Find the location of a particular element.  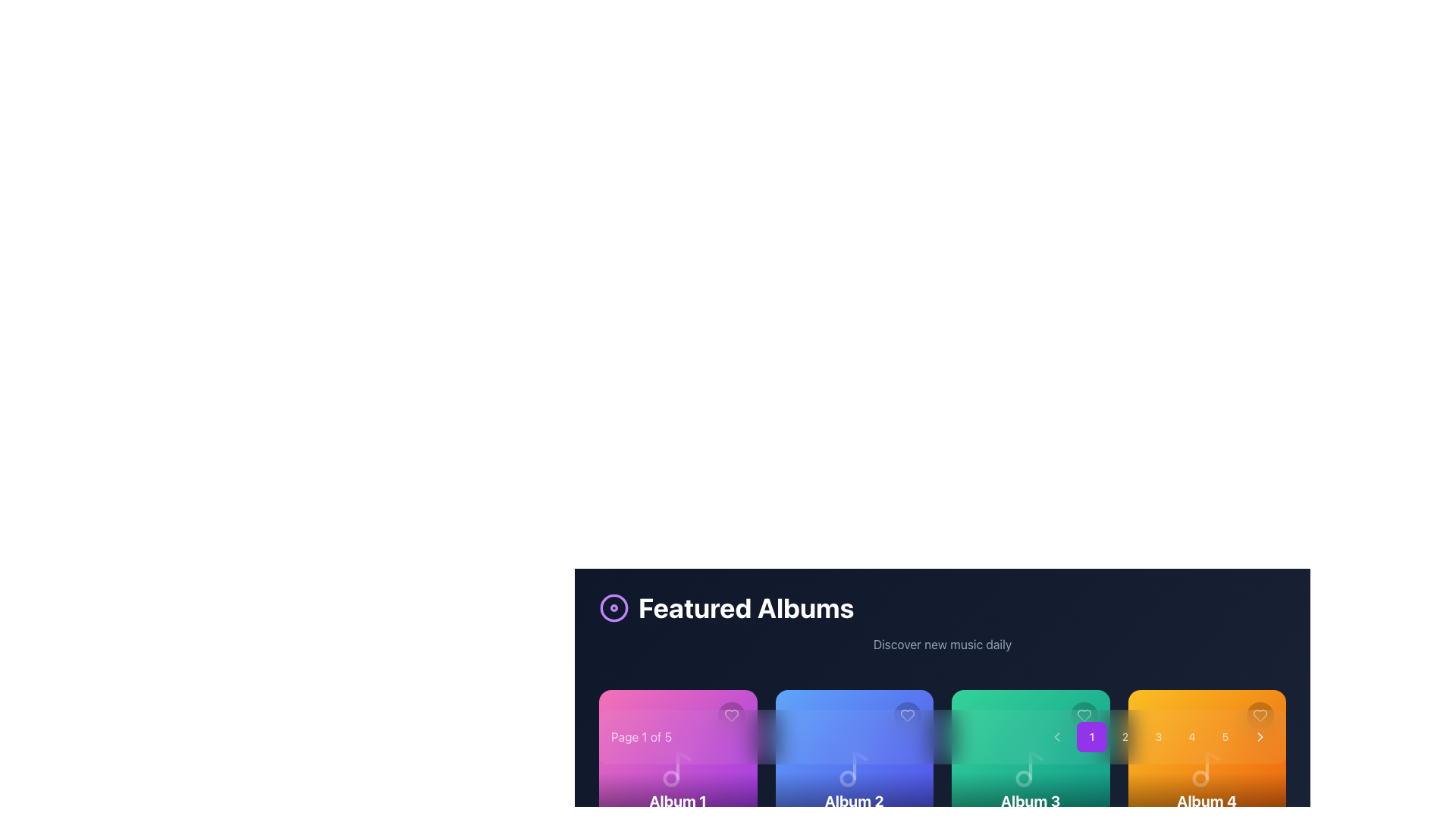

the text label displaying 'Album 2', which is styled in a bold font and placed within a gradient background, located in the center of a card above 'Artist 2' is located at coordinates (854, 800).